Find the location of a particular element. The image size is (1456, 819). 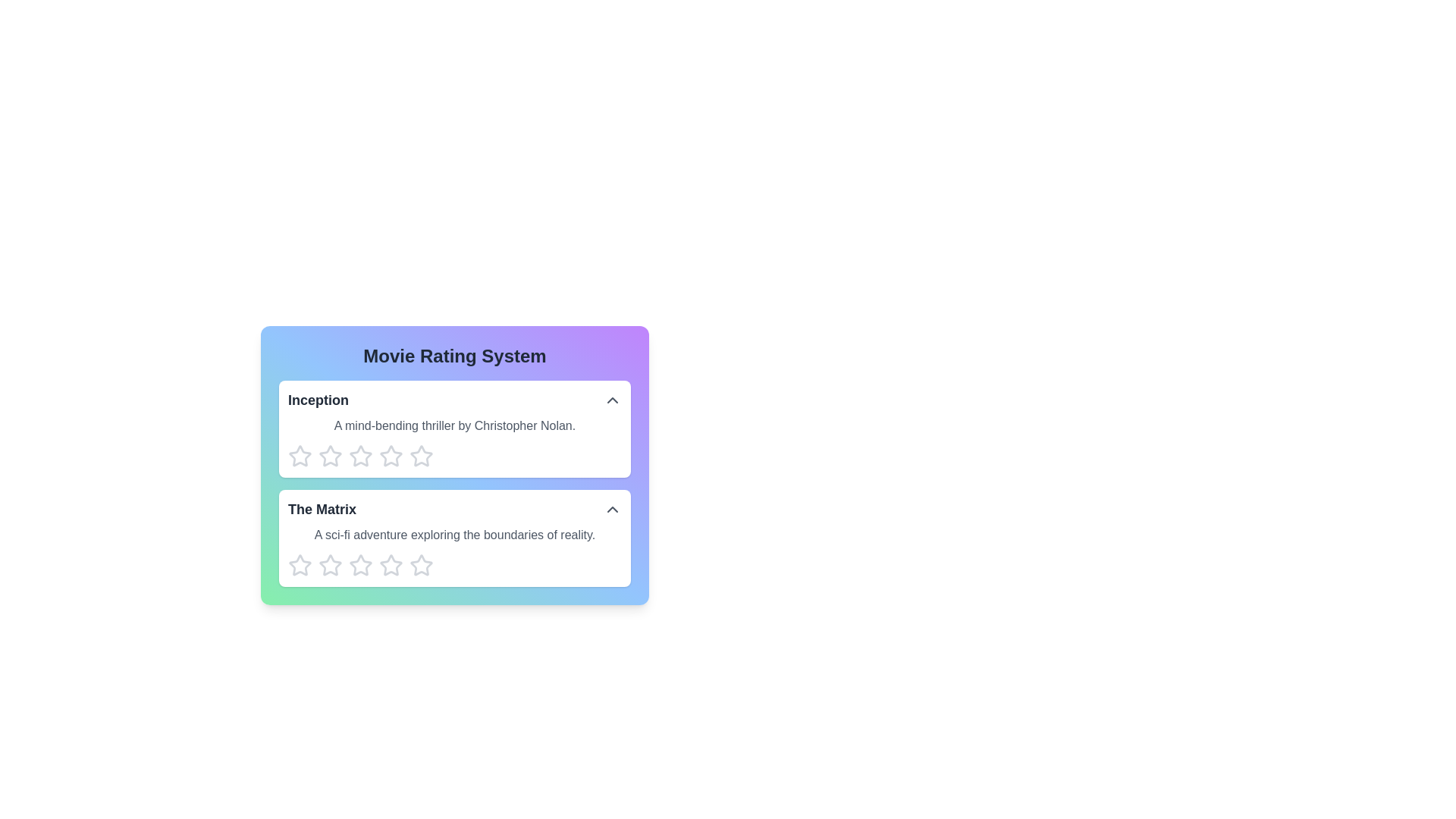

the second star icon used for rating under 'The Matrix' is located at coordinates (391, 565).